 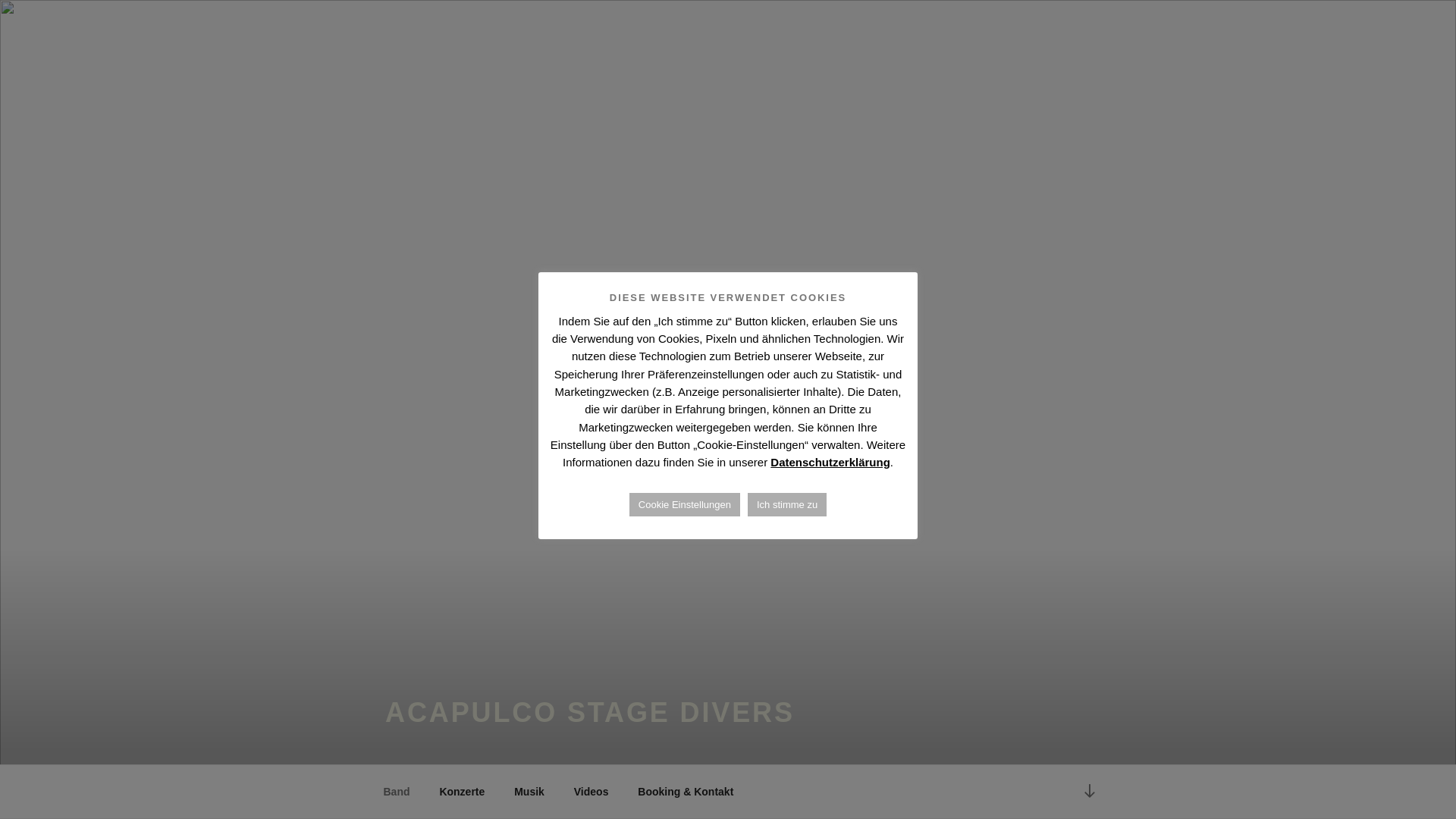 What do you see at coordinates (425, 791) in the screenshot?
I see `'Konzerte'` at bounding box center [425, 791].